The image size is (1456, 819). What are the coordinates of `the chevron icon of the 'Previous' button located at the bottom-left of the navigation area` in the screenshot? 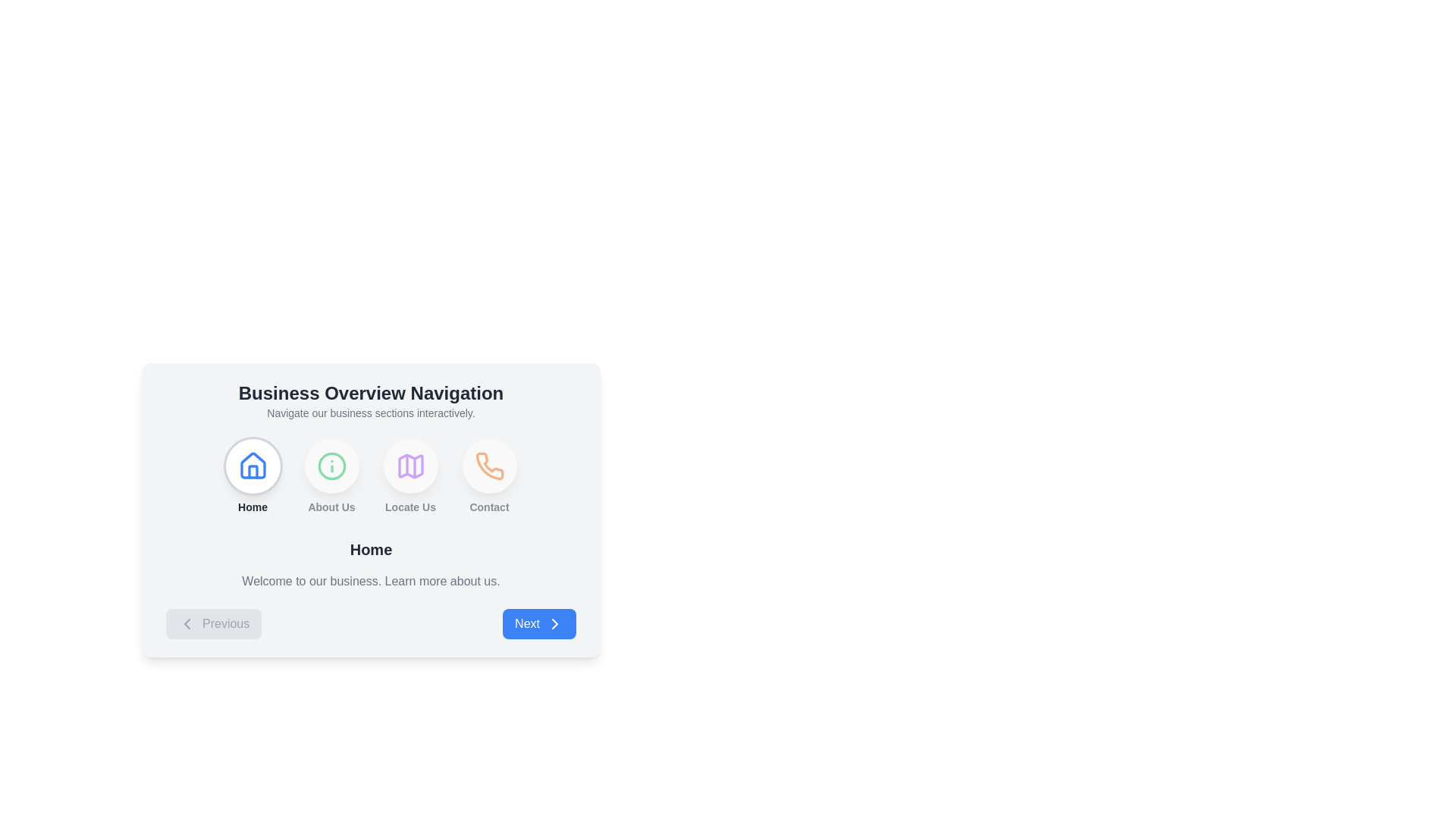 It's located at (186, 623).